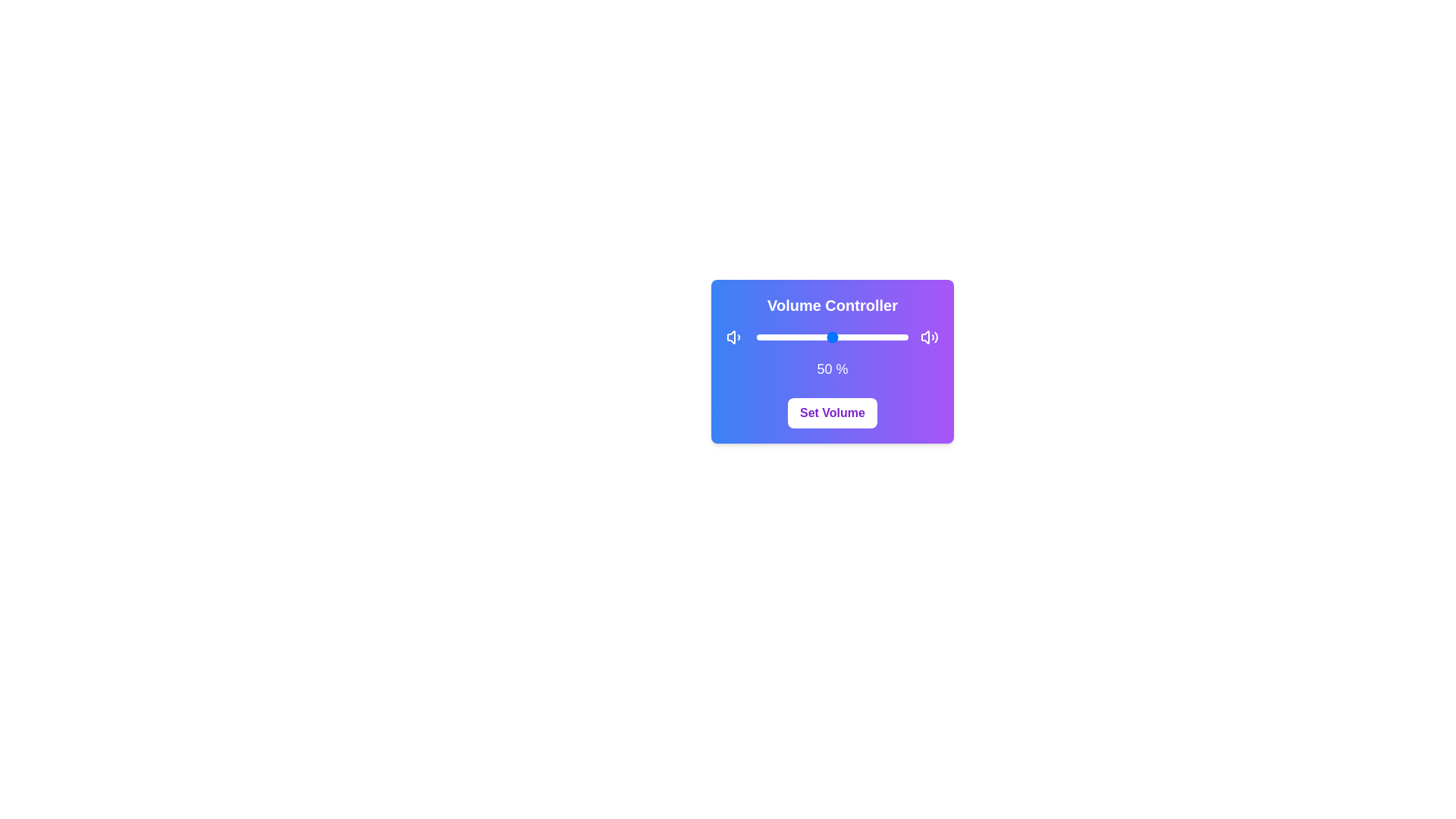 The image size is (1456, 819). What do you see at coordinates (869, 336) in the screenshot?
I see `the slider to set the volume to 74%` at bounding box center [869, 336].